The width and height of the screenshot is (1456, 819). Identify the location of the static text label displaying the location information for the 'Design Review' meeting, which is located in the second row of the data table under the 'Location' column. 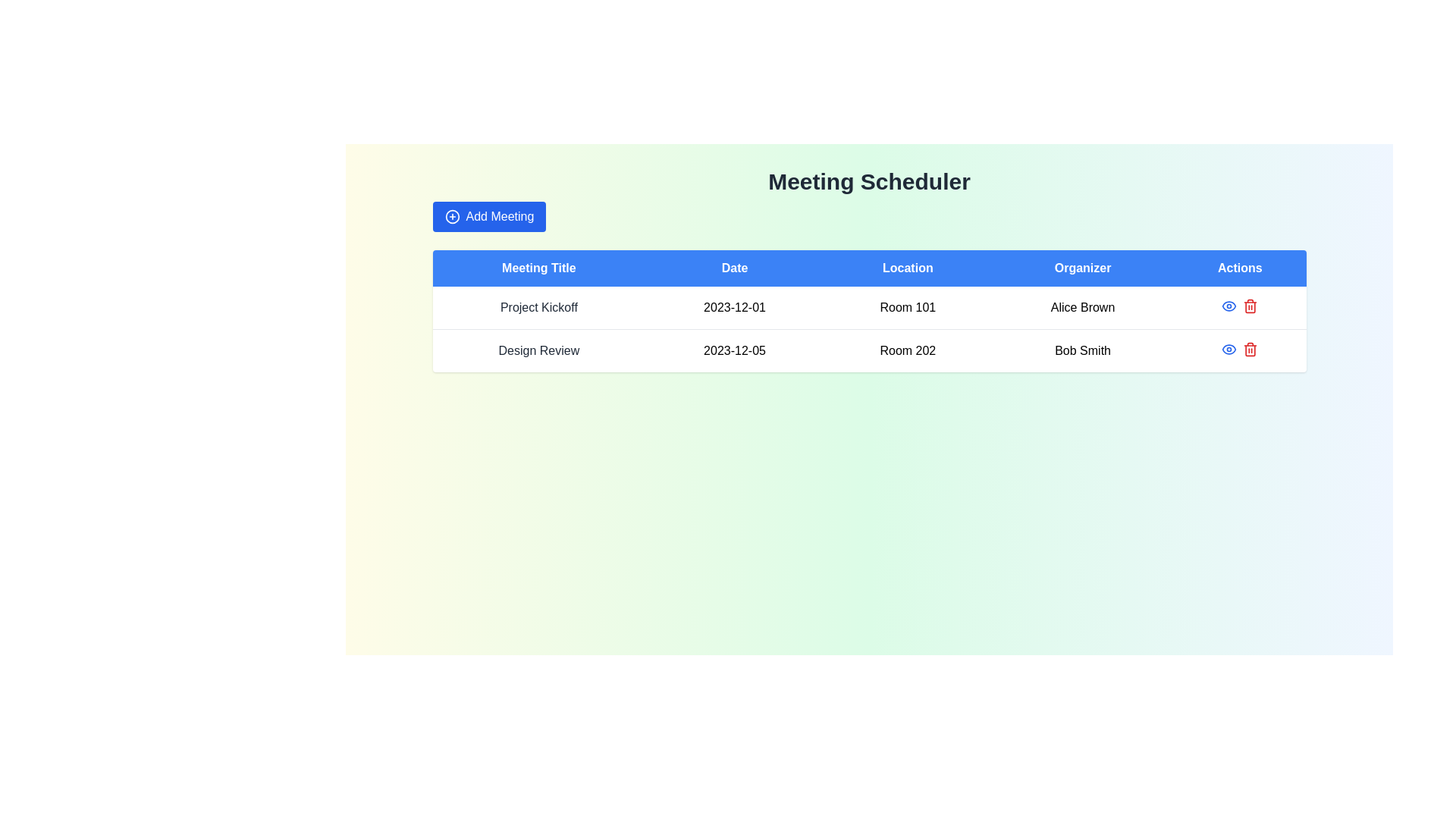
(908, 350).